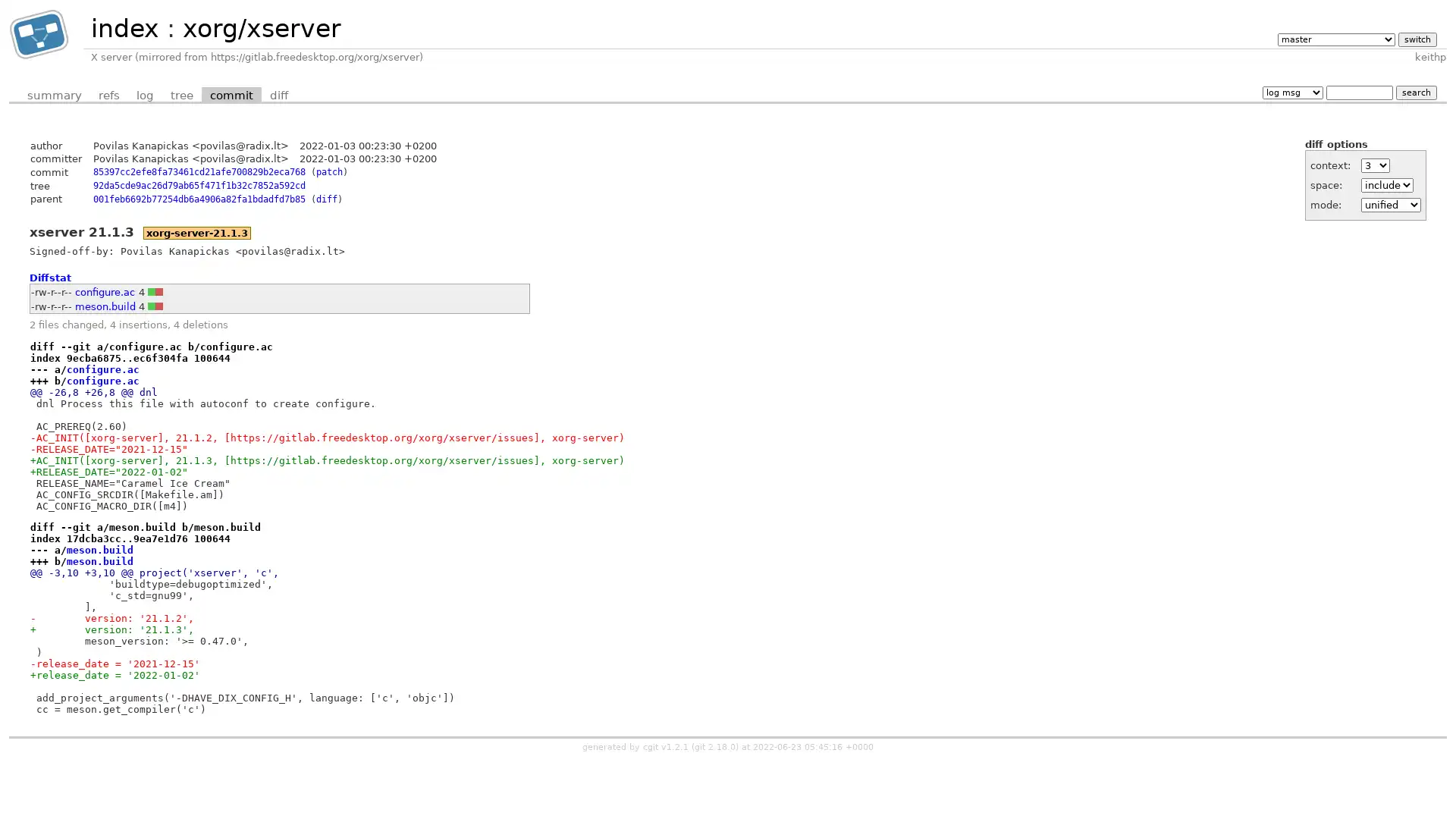 The image size is (1456, 819). I want to click on search, so click(1415, 92).